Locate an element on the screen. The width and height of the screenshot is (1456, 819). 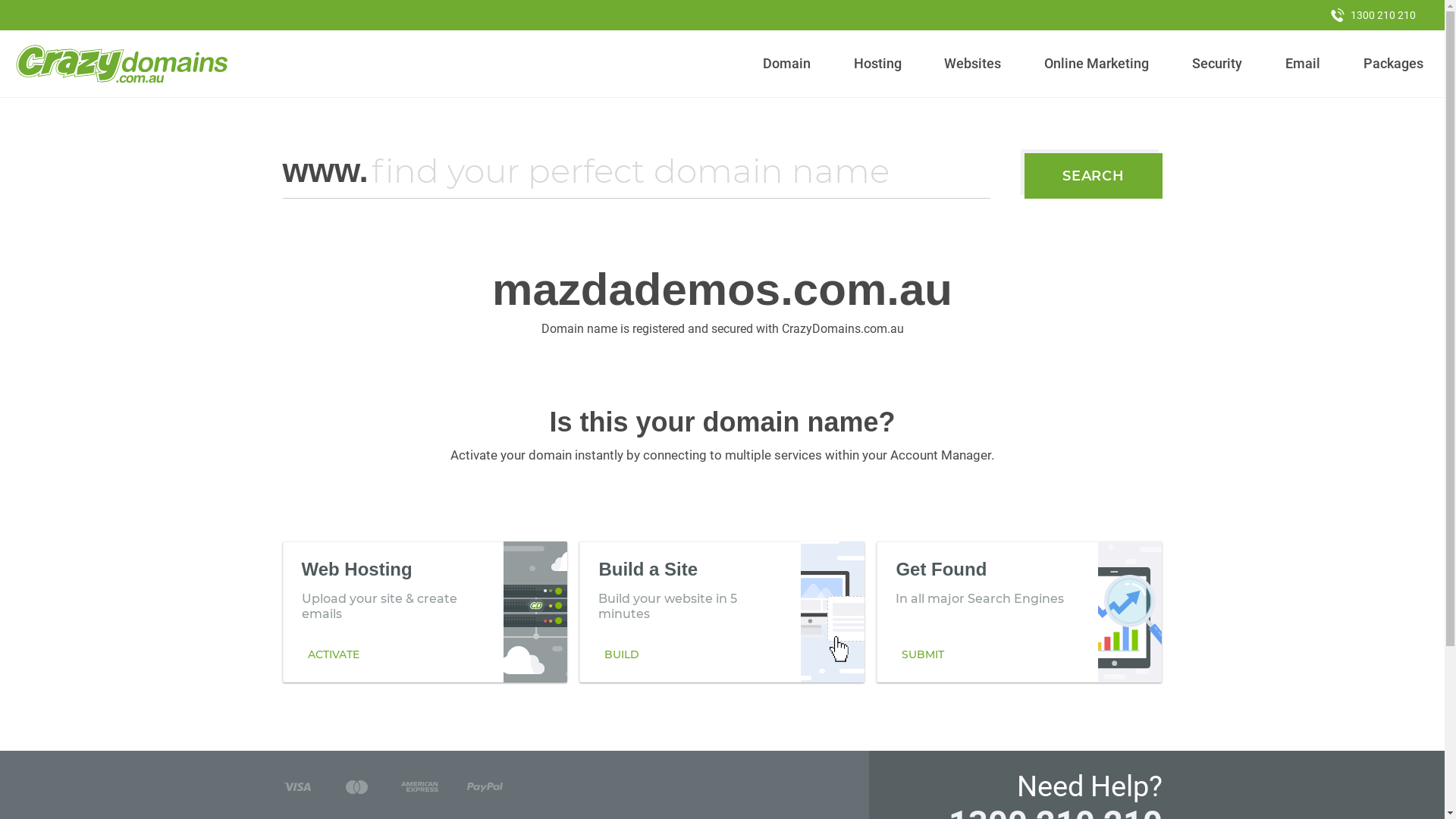
'SEARCH' is located at coordinates (1093, 174).